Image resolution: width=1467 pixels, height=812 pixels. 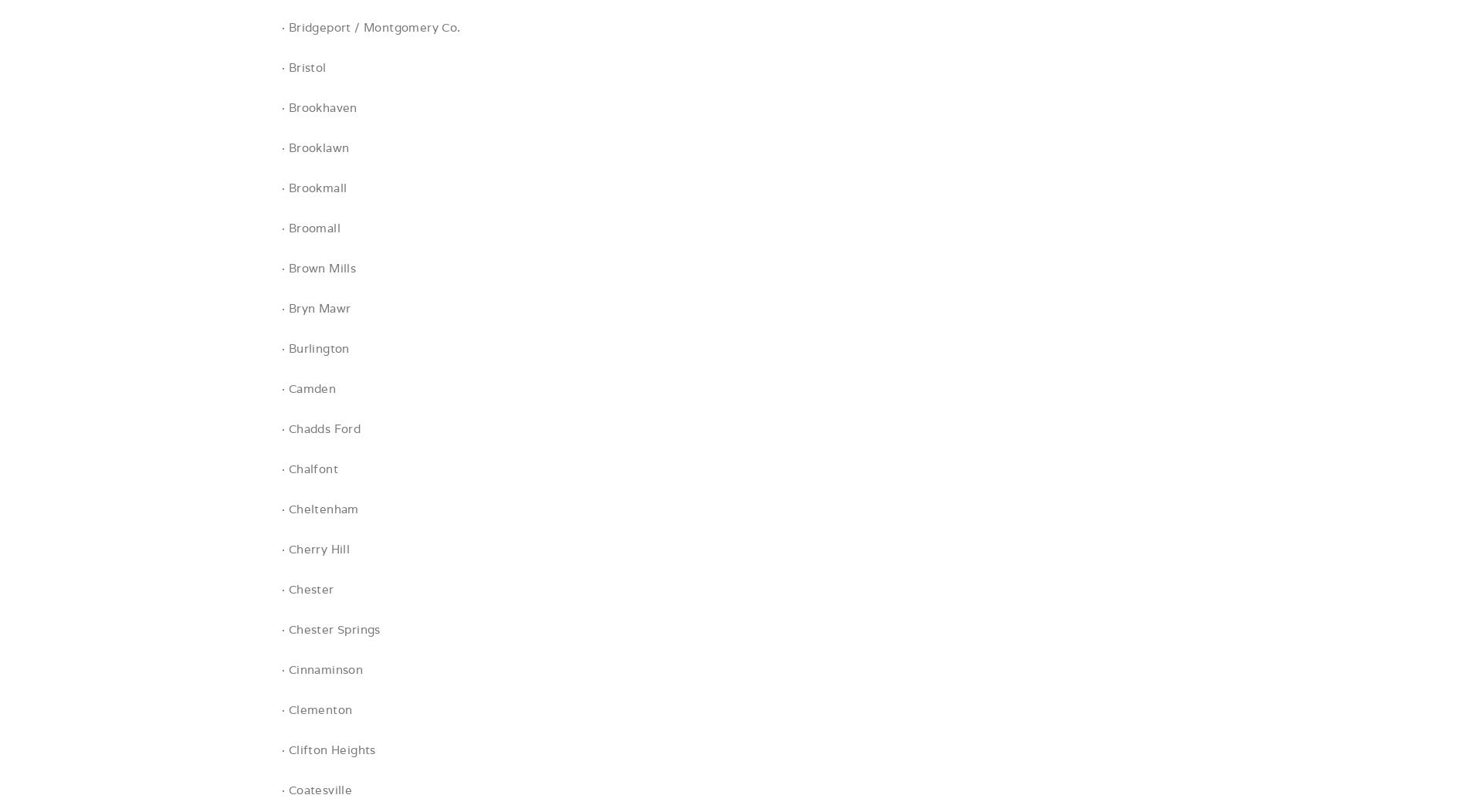 I want to click on '· Clementon', so click(x=280, y=709).